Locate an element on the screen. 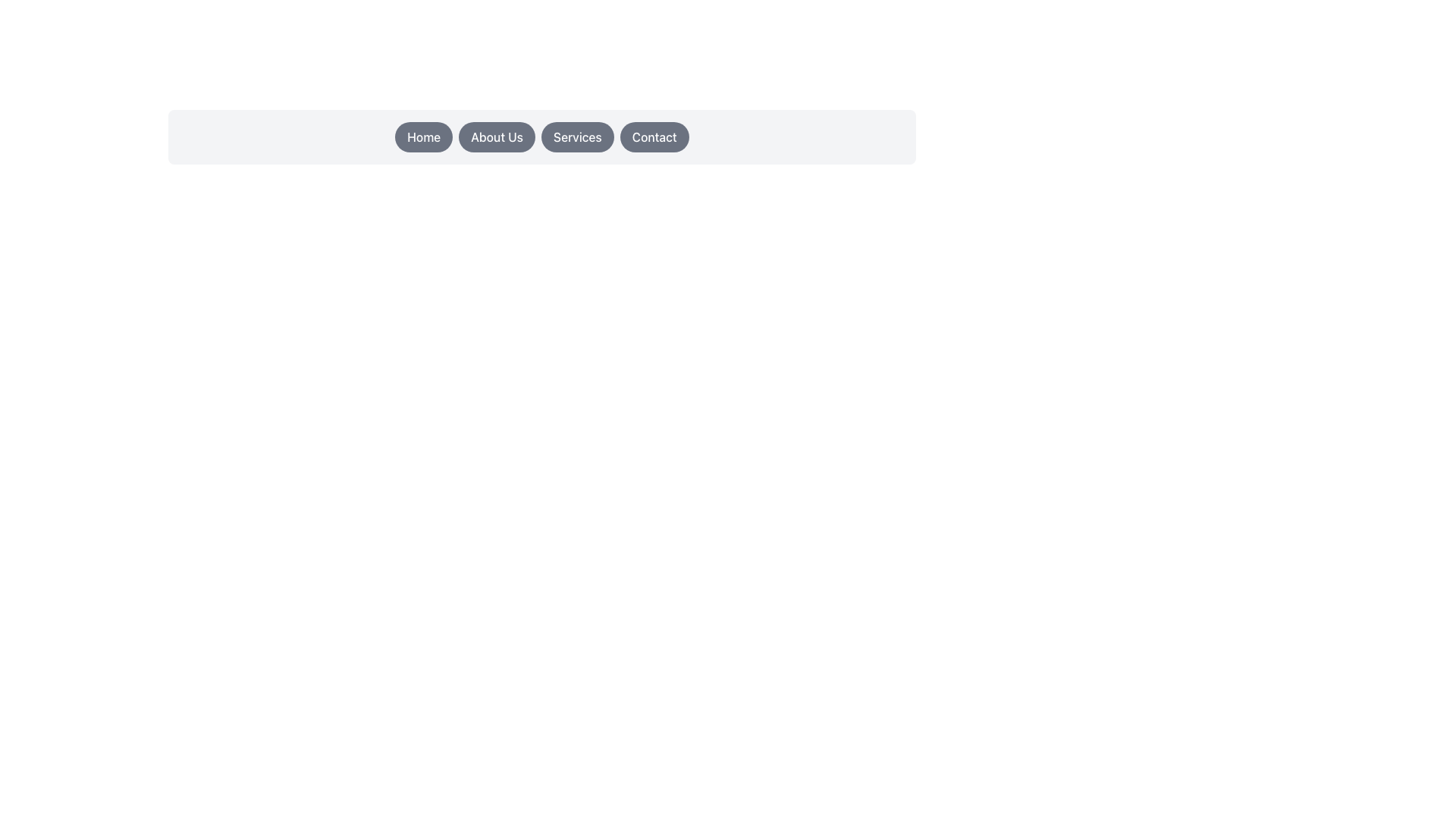  the 'Services' button in the Navigational Button Group, which is the third oval-shaped button from the left is located at coordinates (542, 137).